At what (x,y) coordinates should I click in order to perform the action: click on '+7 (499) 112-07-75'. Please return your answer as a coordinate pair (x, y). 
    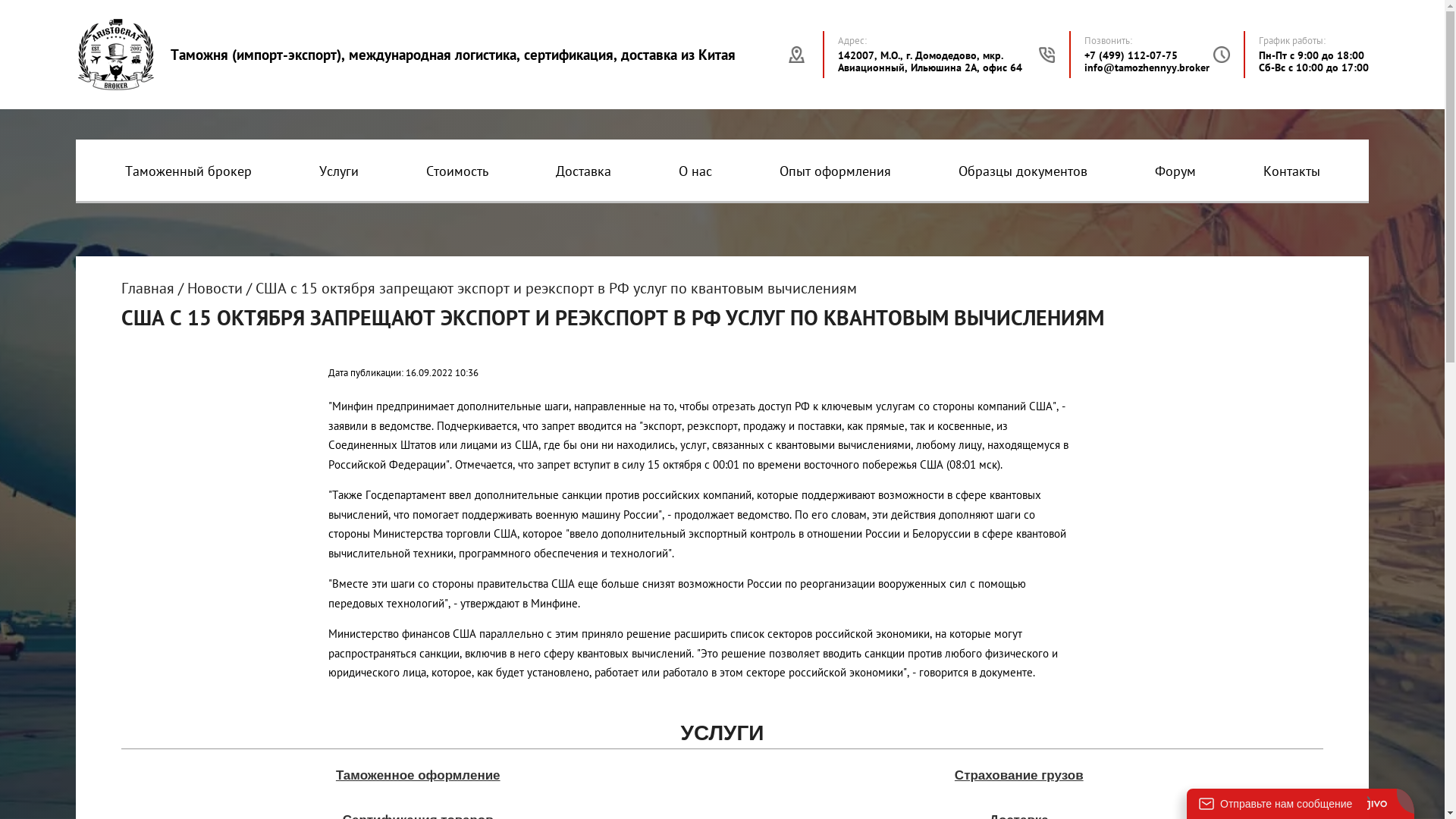
    Looking at the image, I should click on (1131, 55).